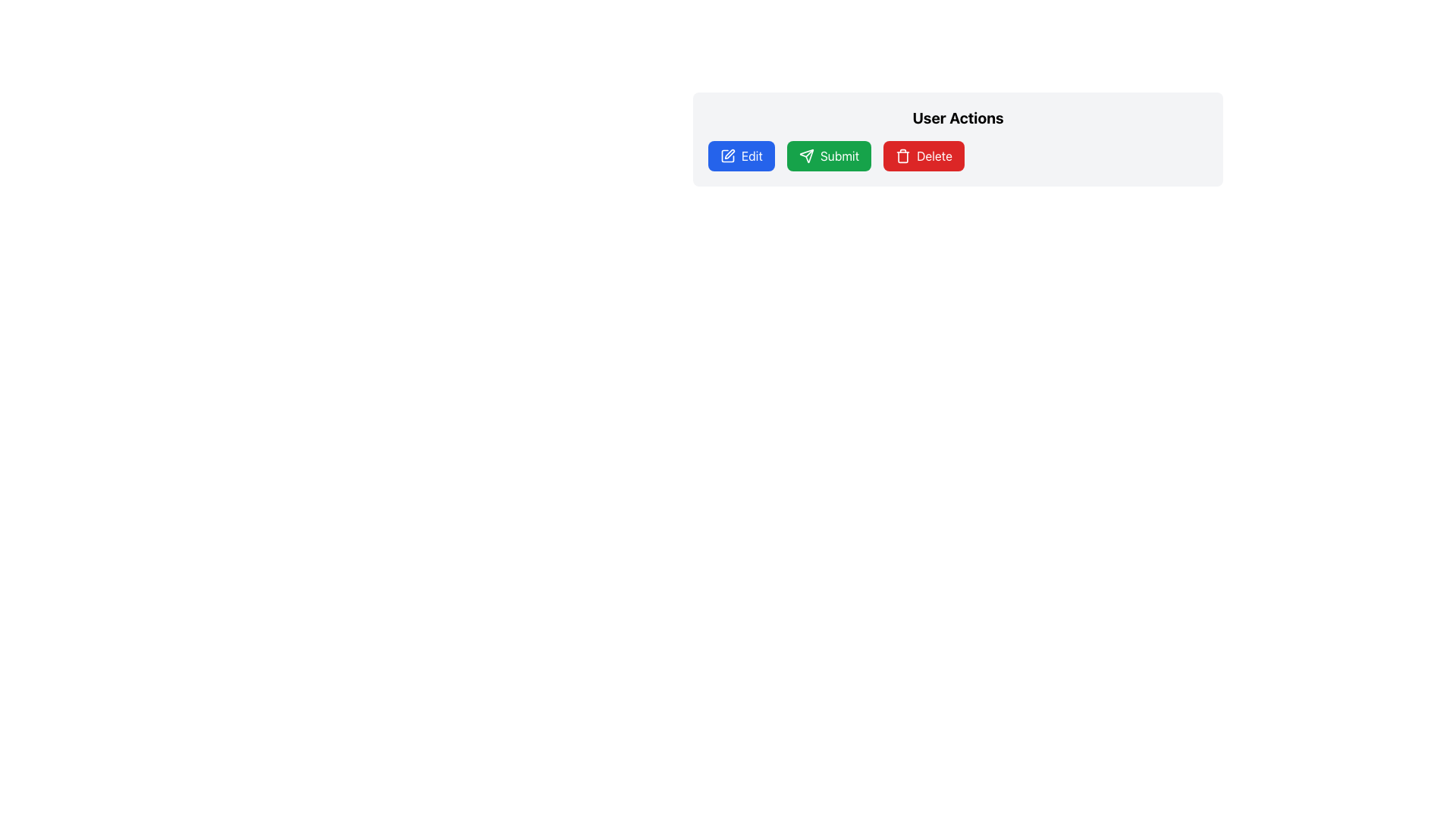 The image size is (1456, 819). I want to click on the delete icon within the 'Delete' button located in the top-right area of the interface, so click(902, 155).